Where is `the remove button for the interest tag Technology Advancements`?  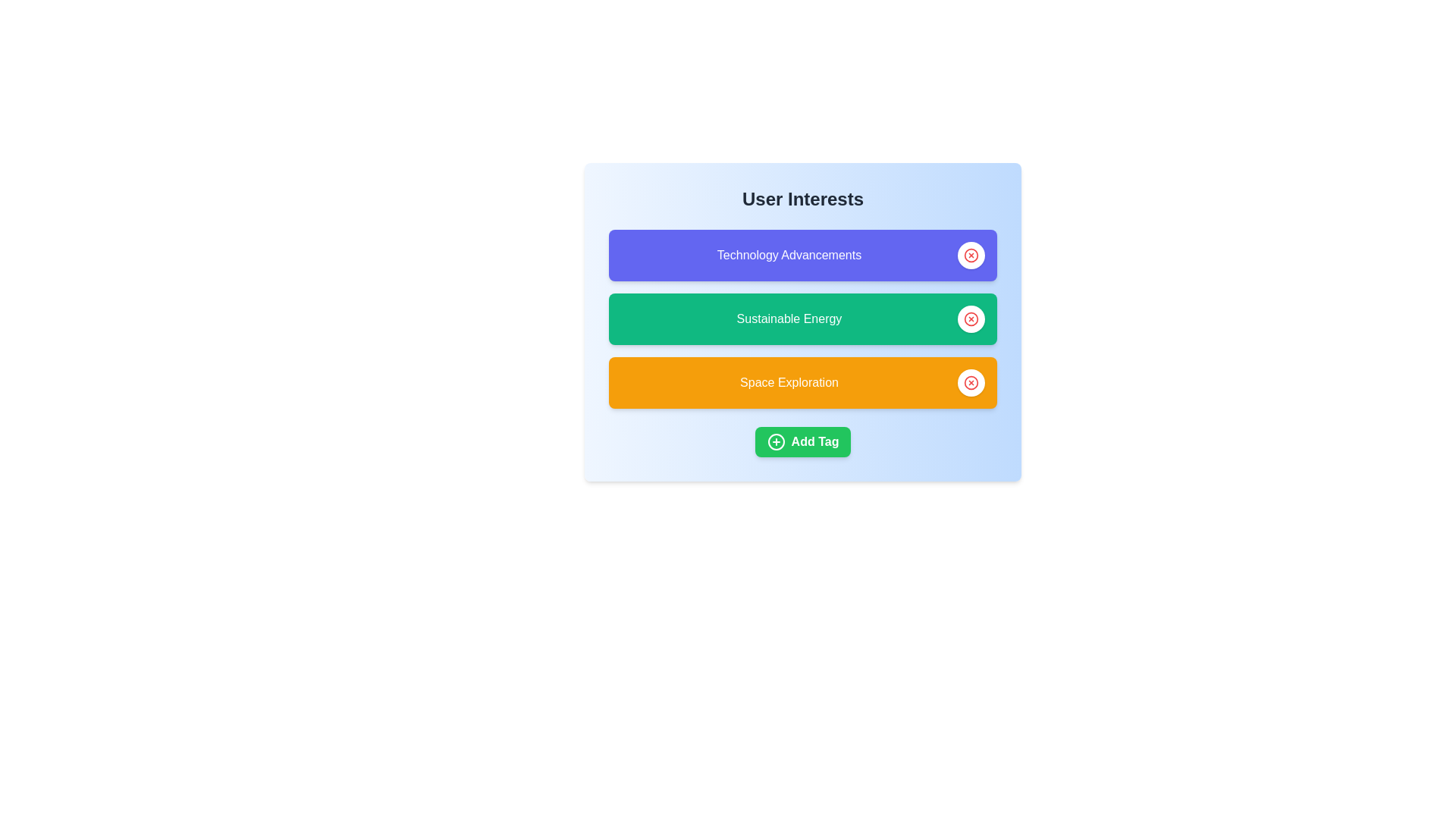
the remove button for the interest tag Technology Advancements is located at coordinates (971, 254).